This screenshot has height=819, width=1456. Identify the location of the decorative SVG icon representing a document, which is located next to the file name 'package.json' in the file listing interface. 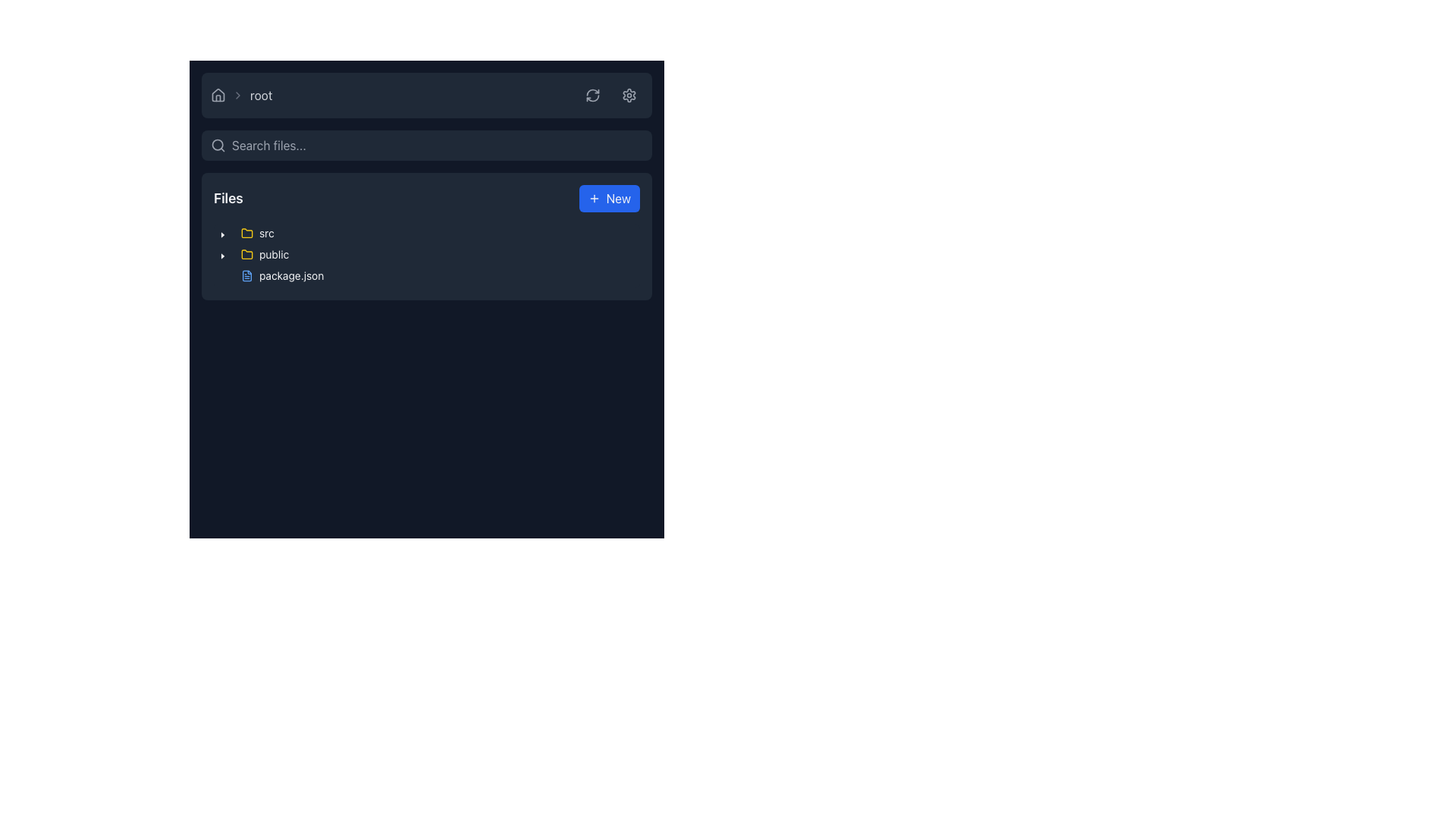
(247, 275).